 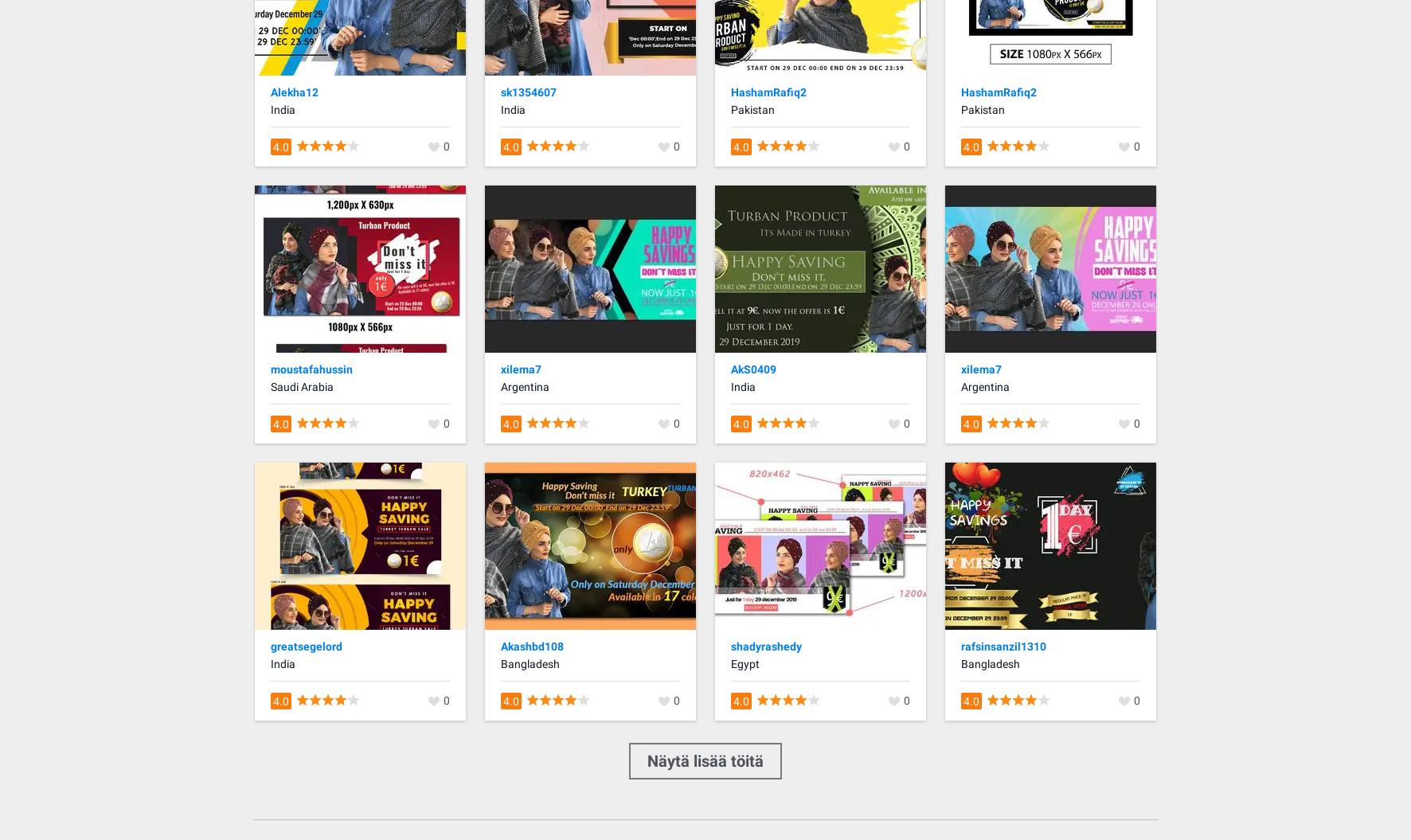 What do you see at coordinates (752, 368) in the screenshot?
I see `'AkS0409'` at bounding box center [752, 368].